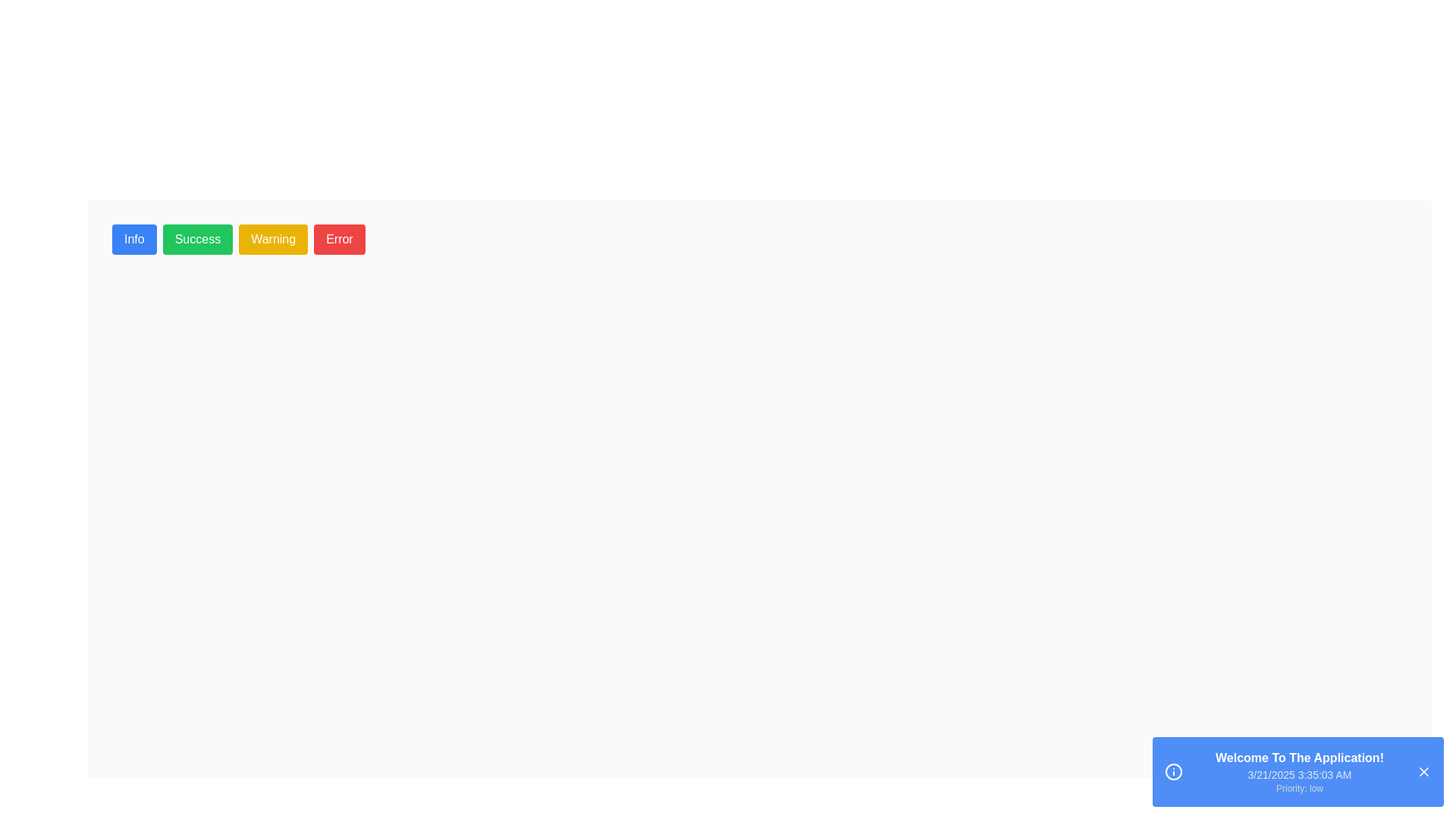 The image size is (1456, 819). I want to click on the icon located within the blue notification card in the bottom-right corner of the interface, positioned to the left of the text content, so click(1173, 772).